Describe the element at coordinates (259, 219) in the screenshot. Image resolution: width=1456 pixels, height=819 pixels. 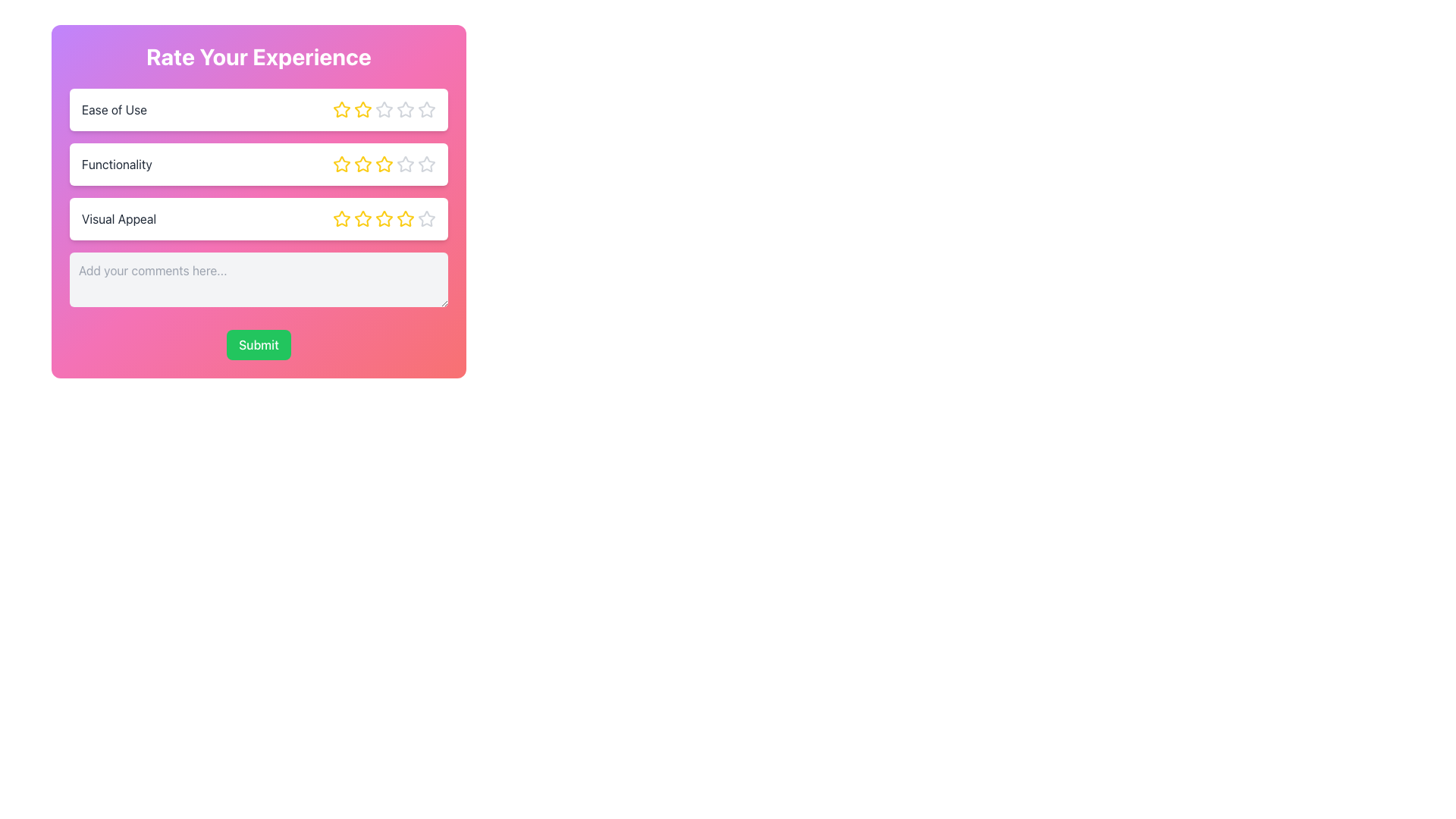
I see `the star in the 'Visual Appeal' rating component` at that location.